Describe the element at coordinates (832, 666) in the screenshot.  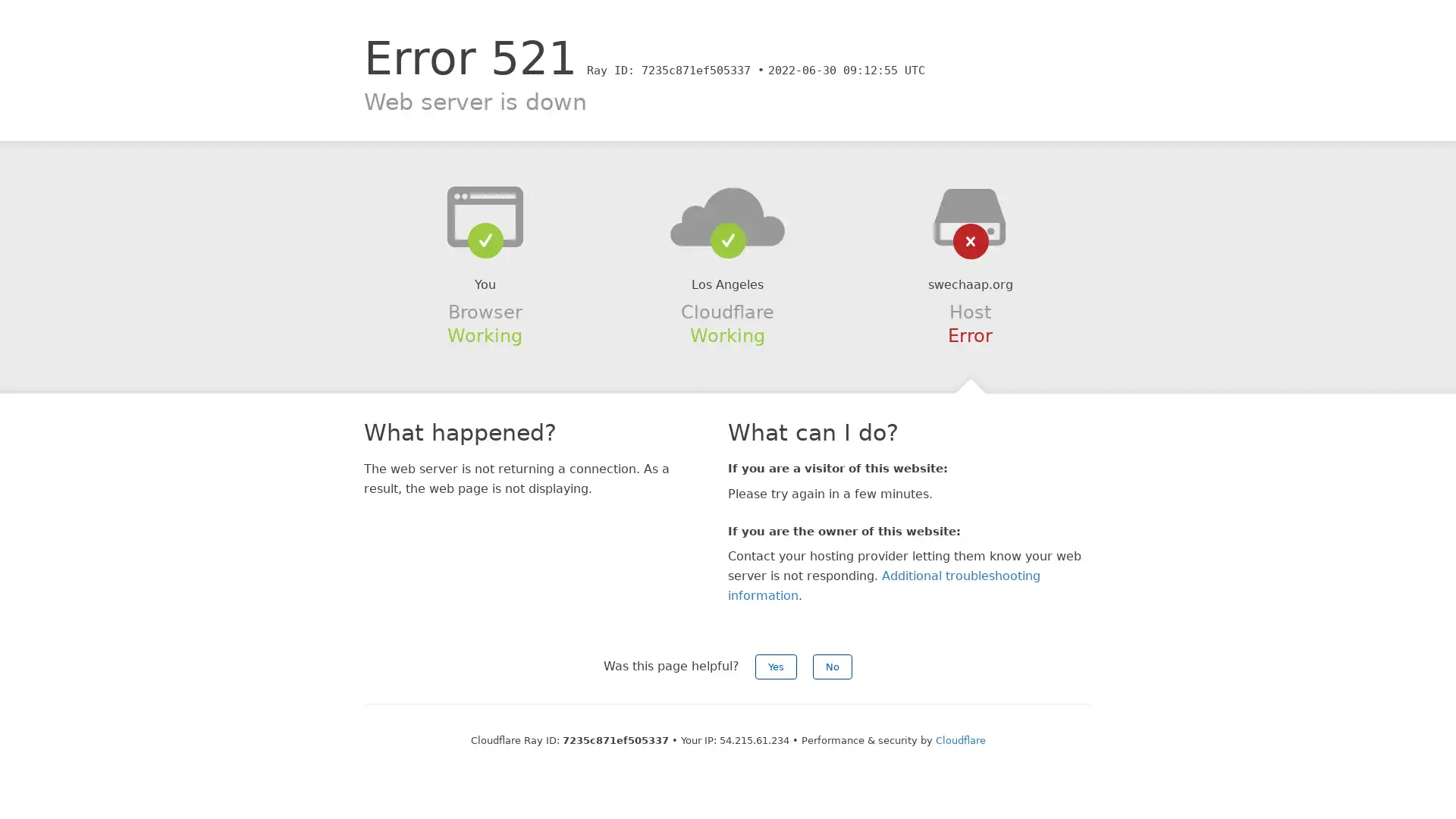
I see `No` at that location.